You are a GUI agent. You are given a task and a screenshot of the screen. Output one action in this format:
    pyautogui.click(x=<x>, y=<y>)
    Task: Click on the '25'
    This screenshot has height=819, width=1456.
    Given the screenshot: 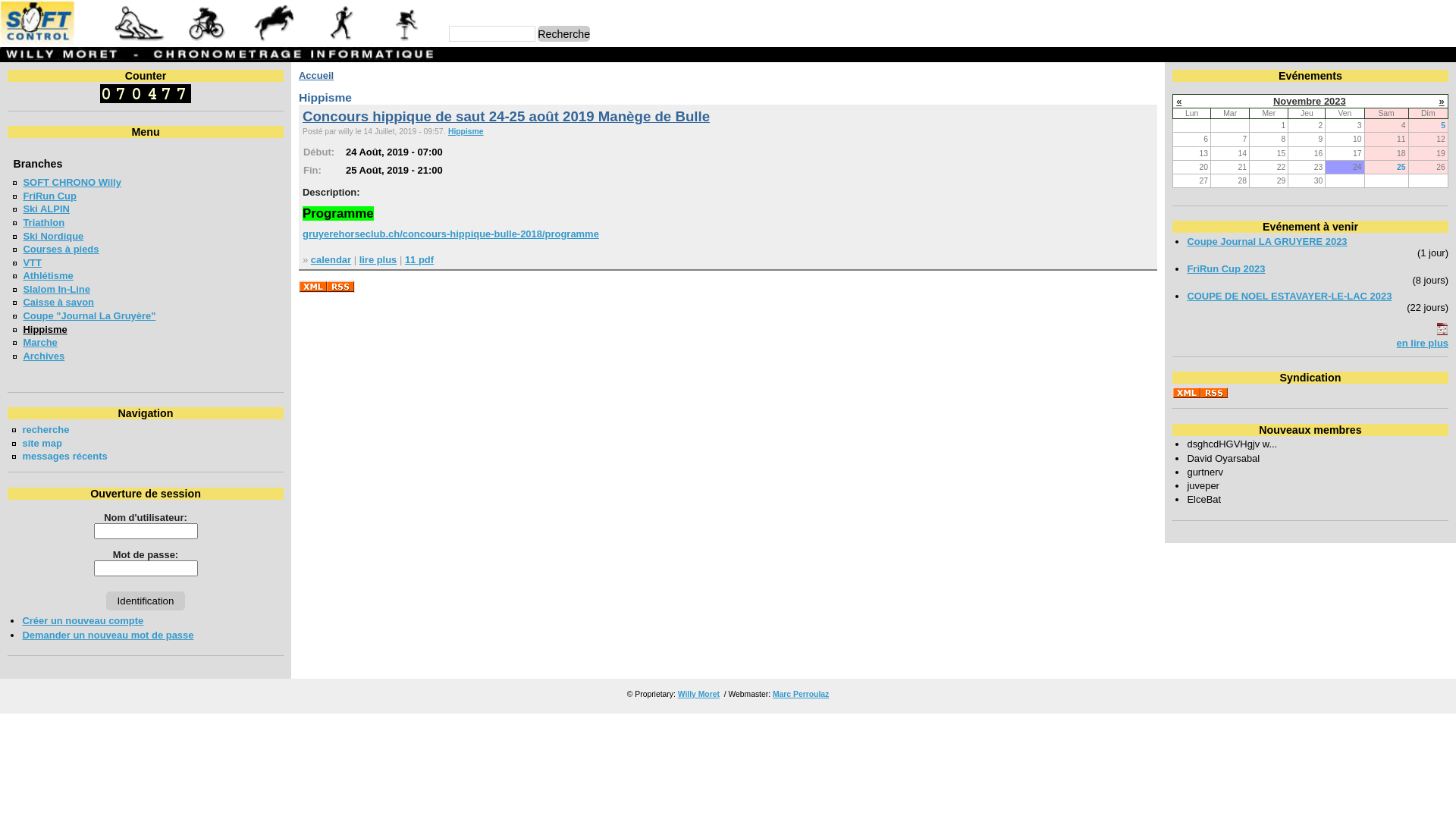 What is the action you would take?
    pyautogui.click(x=1401, y=167)
    